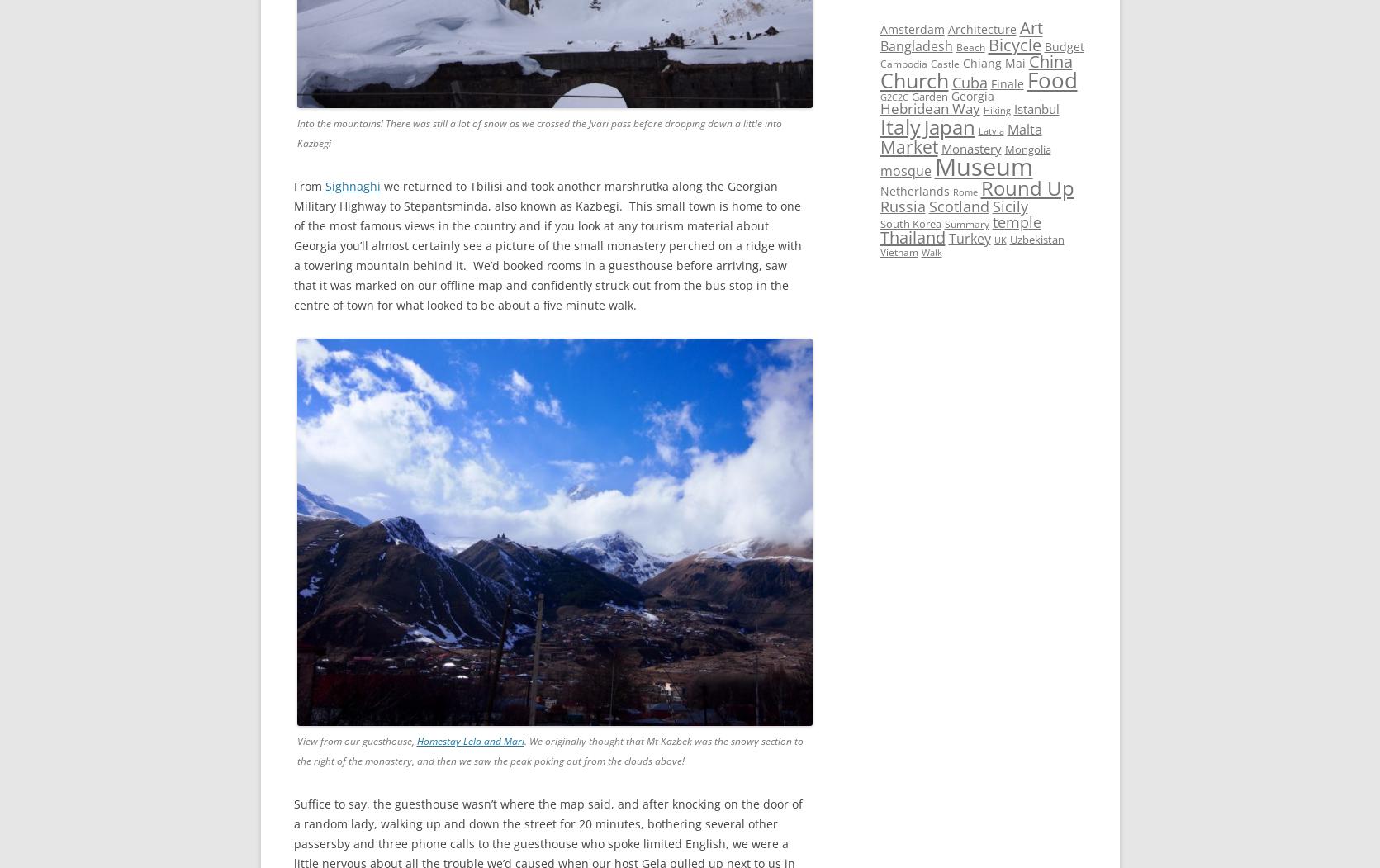 This screenshot has height=868, width=1380. What do you see at coordinates (972, 96) in the screenshot?
I see `'Georgia'` at bounding box center [972, 96].